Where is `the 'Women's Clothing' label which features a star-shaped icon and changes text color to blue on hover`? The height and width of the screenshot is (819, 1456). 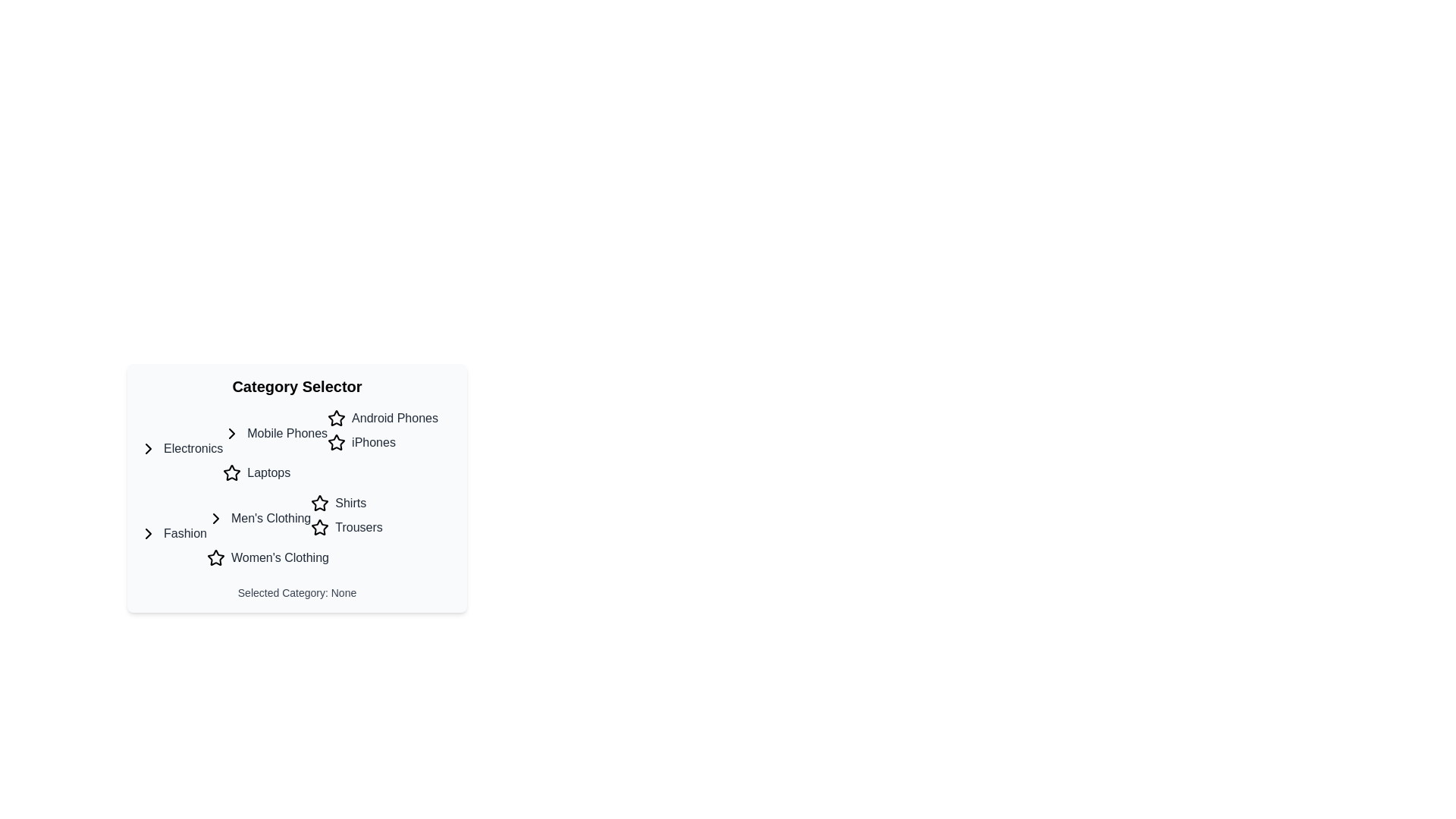
the 'Women's Clothing' label which features a star-shaped icon and changes text color to blue on hover is located at coordinates (294, 558).